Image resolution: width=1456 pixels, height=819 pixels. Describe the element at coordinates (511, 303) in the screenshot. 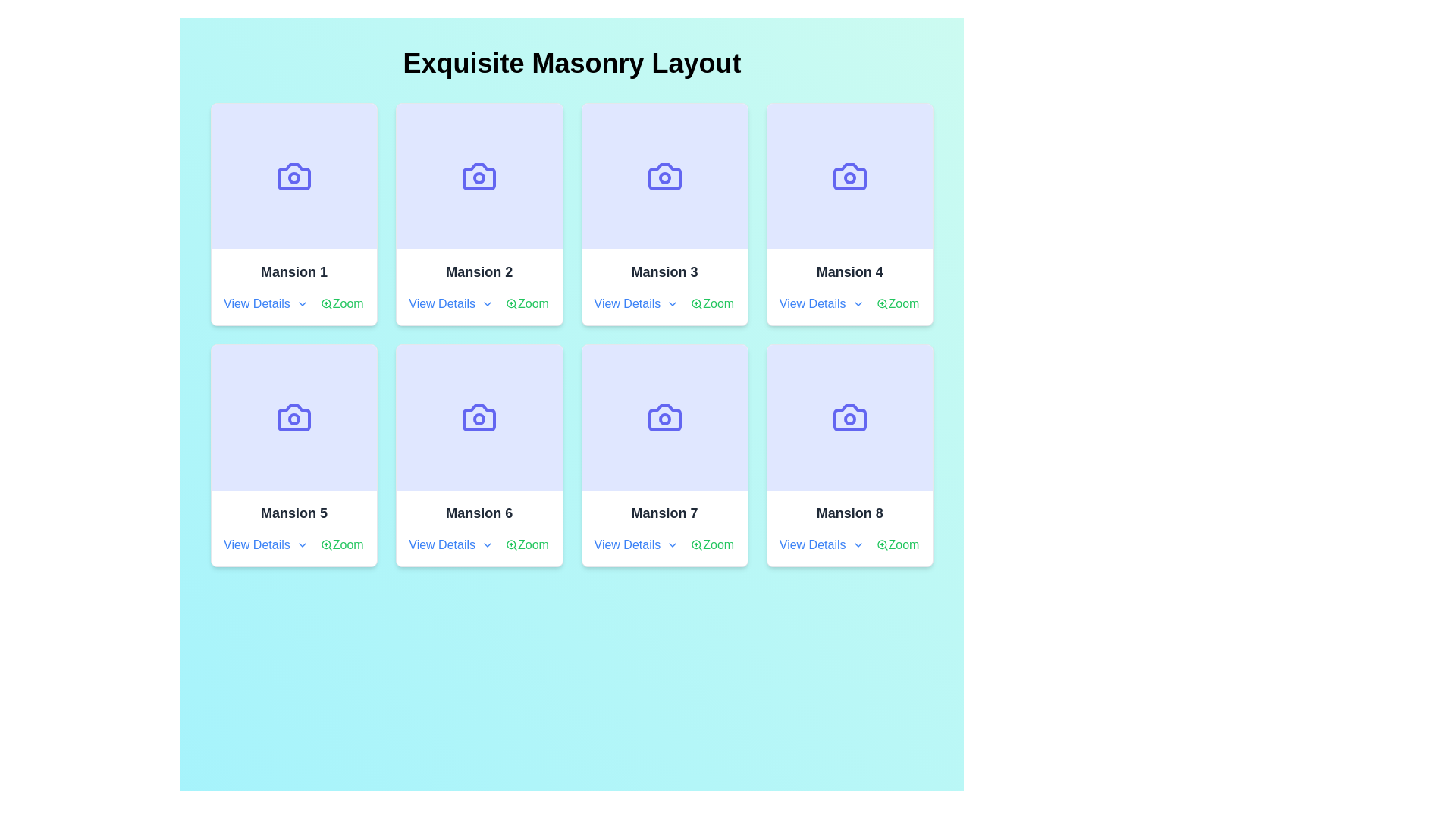

I see `the circular component of the magnifying glass icon located in the lower right part of the 'Mansion 2' tile` at that location.